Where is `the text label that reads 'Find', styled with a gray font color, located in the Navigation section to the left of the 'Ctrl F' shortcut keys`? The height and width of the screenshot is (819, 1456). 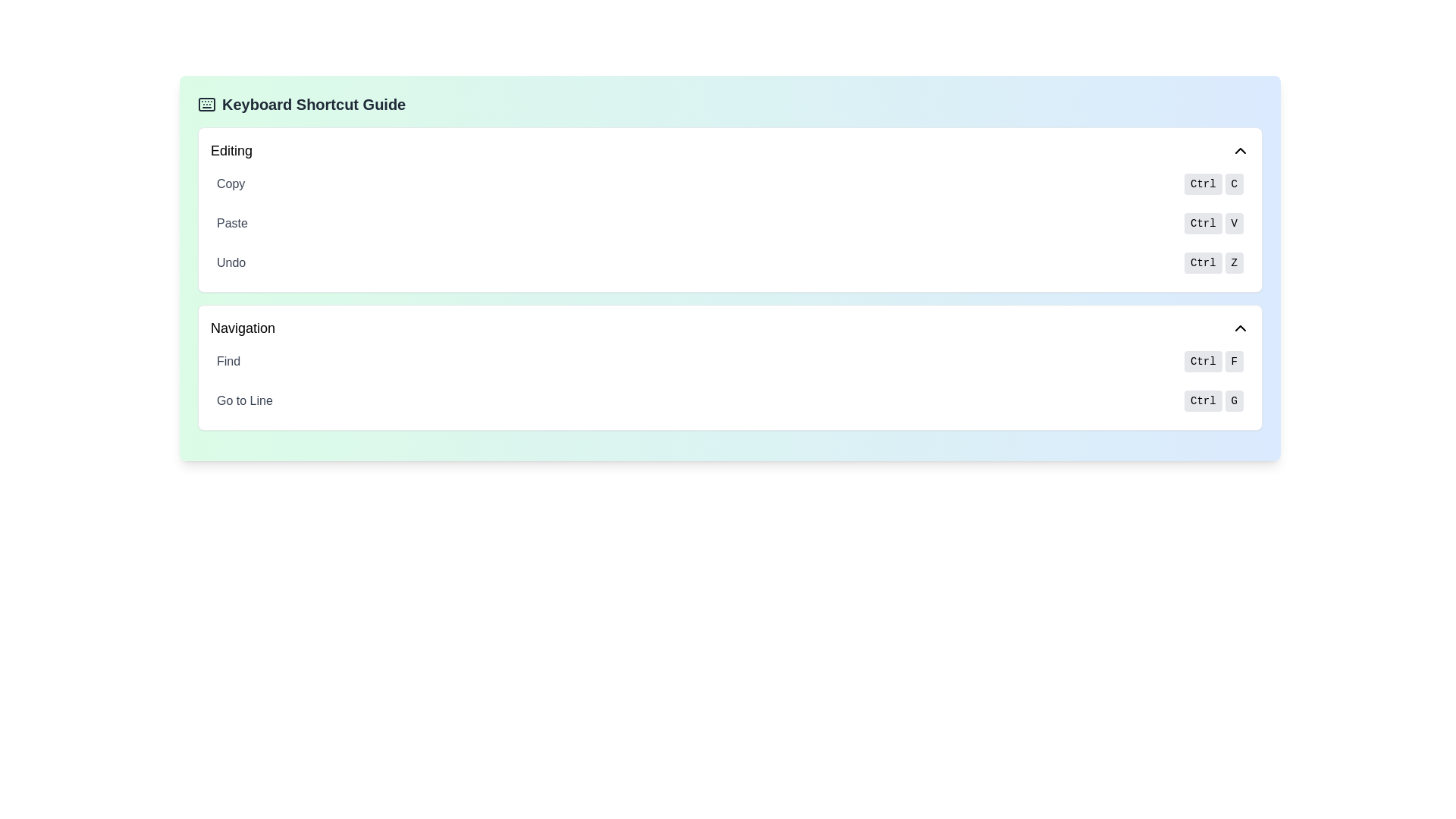
the text label that reads 'Find', styled with a gray font color, located in the Navigation section to the left of the 'Ctrl F' shortcut keys is located at coordinates (227, 362).